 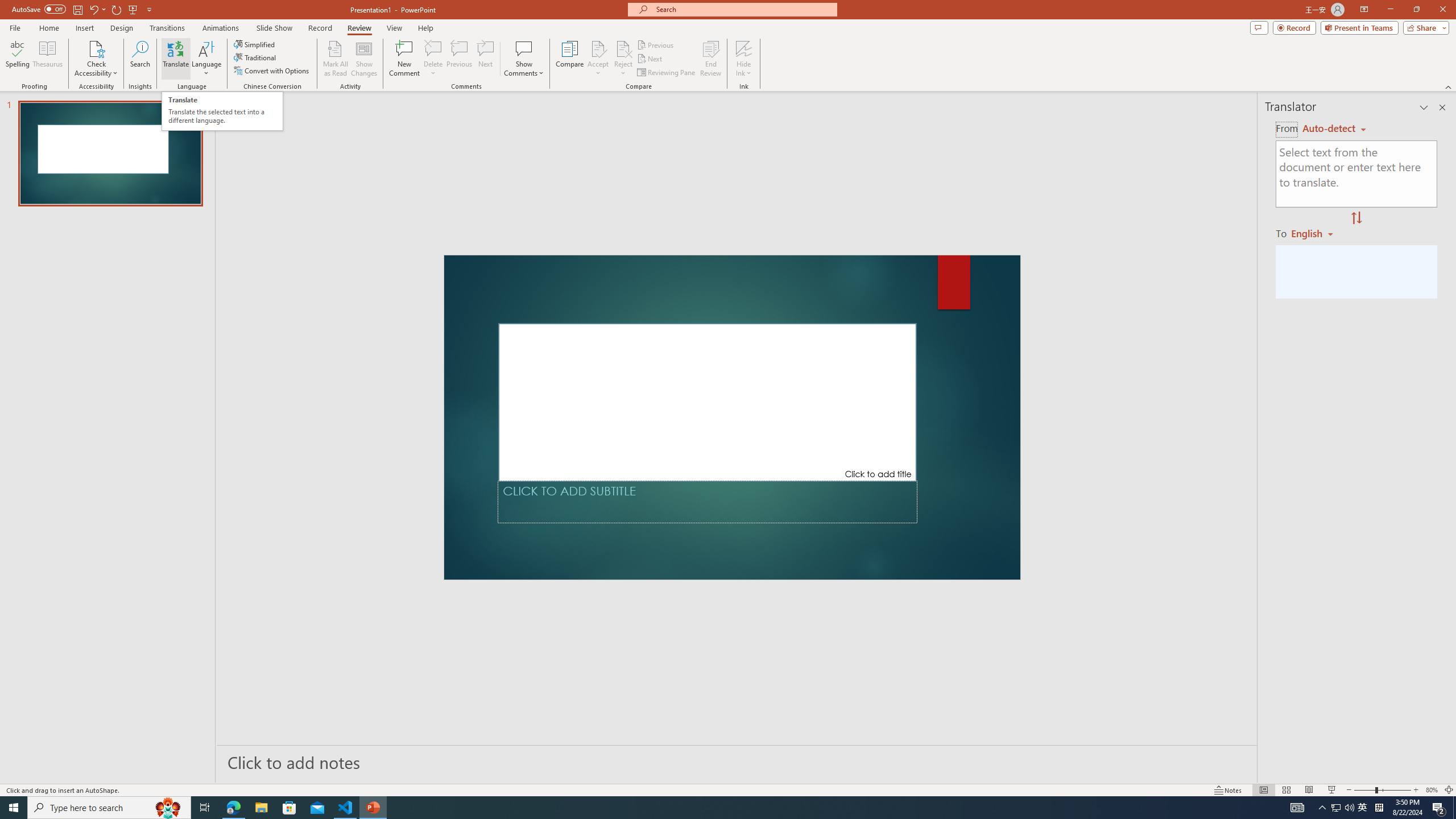 I want to click on 'Traditional', so click(x=255, y=56).